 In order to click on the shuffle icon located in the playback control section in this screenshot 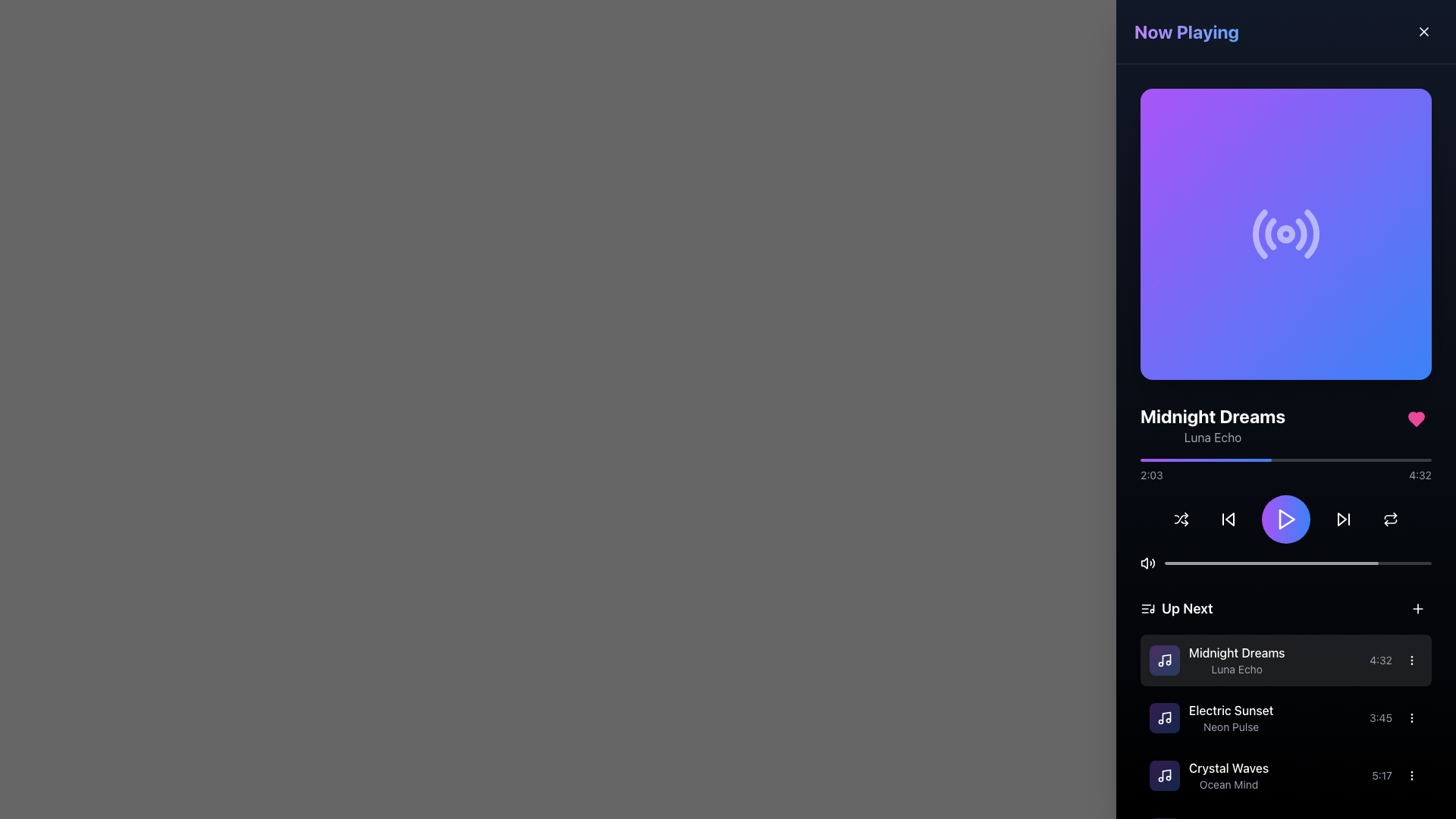, I will do `click(1181, 519)`.